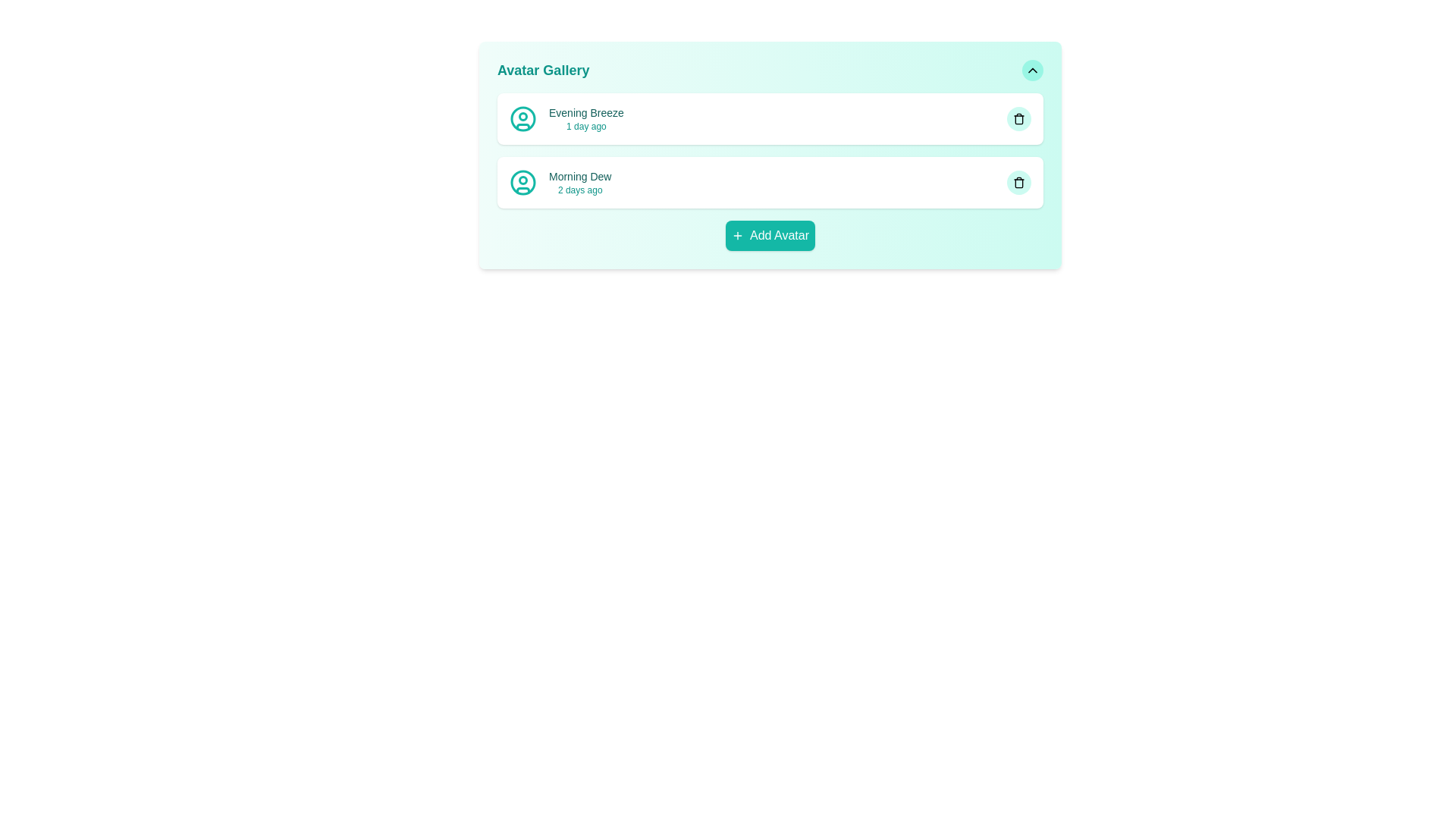  I want to click on the upward-pointing chevron icon inside the light teal circular button located, so click(1032, 70).